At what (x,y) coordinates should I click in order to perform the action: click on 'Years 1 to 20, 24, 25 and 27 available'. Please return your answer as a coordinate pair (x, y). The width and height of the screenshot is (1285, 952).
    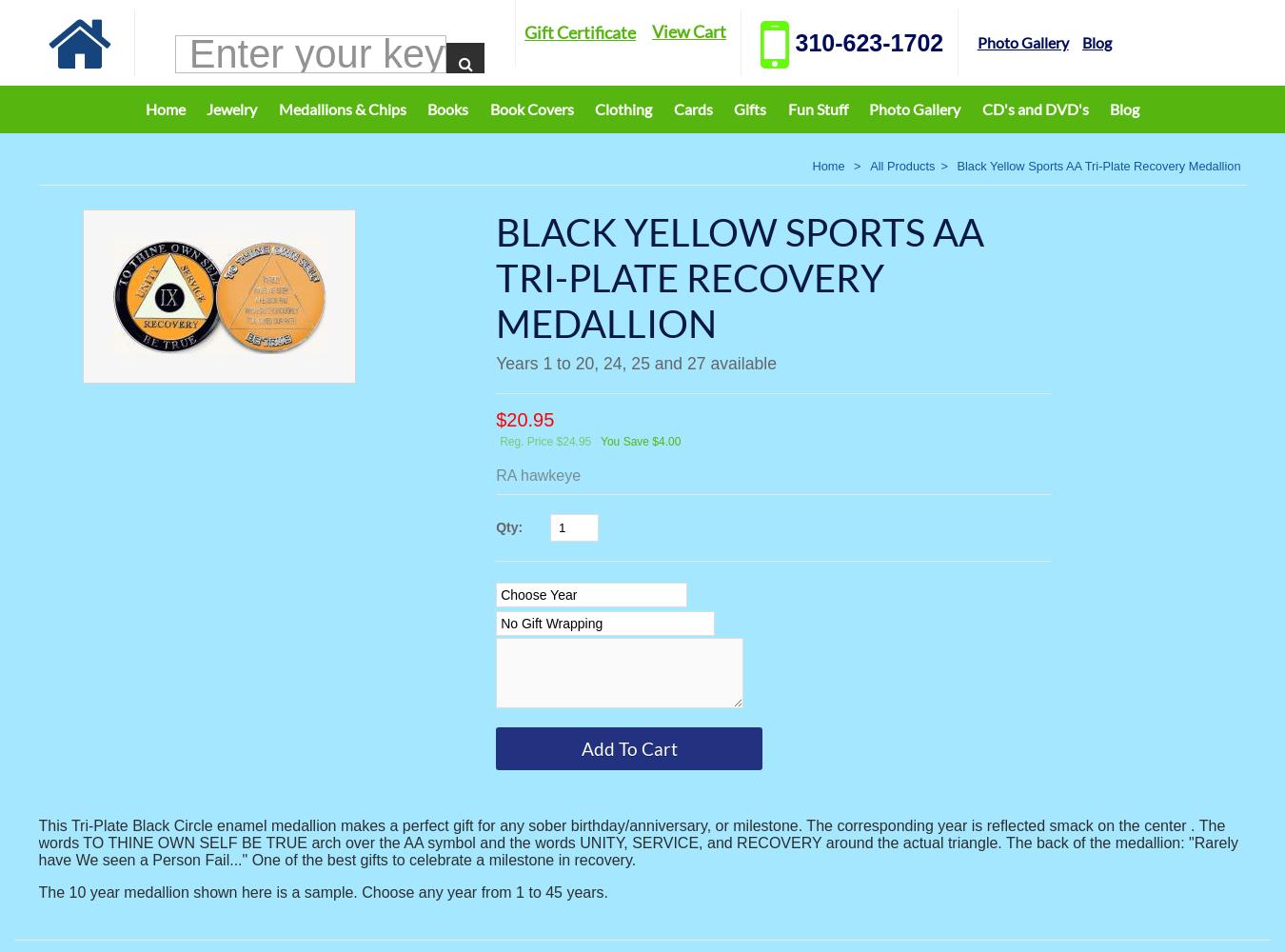
    Looking at the image, I should click on (635, 364).